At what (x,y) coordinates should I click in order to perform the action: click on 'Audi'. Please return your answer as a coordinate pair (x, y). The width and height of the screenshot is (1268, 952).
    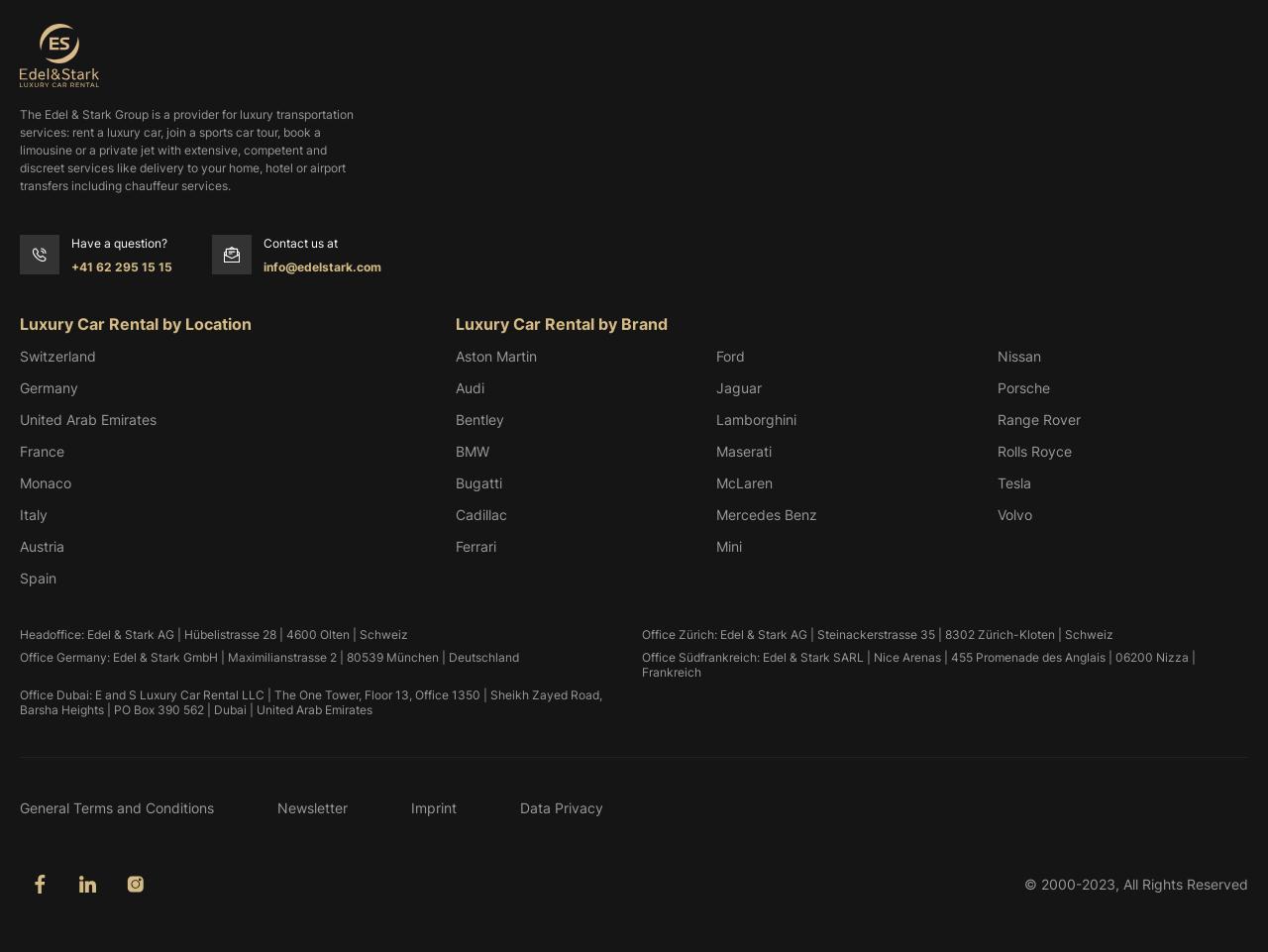
    Looking at the image, I should click on (455, 386).